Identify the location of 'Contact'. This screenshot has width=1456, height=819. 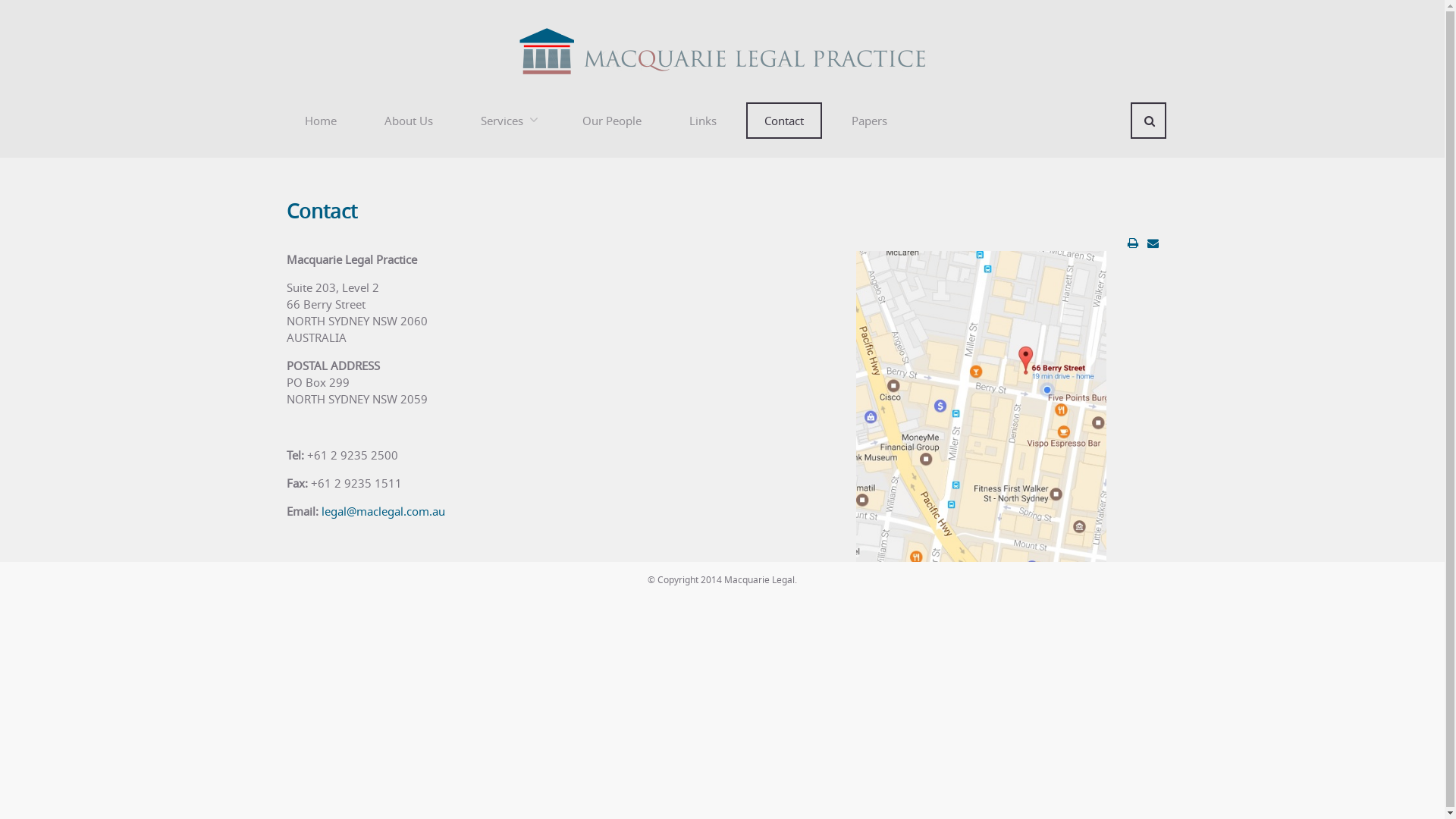
(747, 119).